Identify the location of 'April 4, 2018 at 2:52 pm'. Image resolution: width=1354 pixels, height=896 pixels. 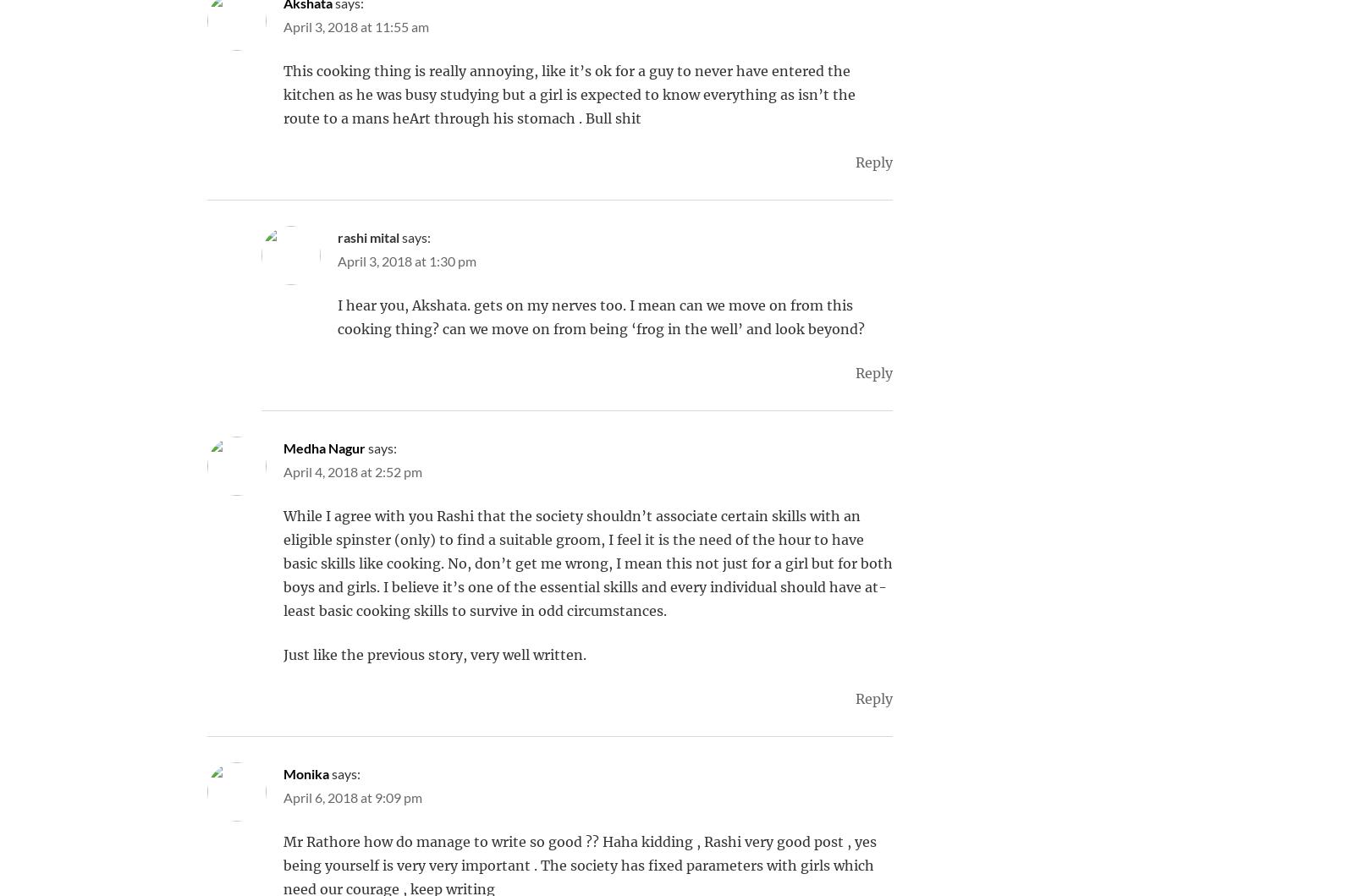
(351, 470).